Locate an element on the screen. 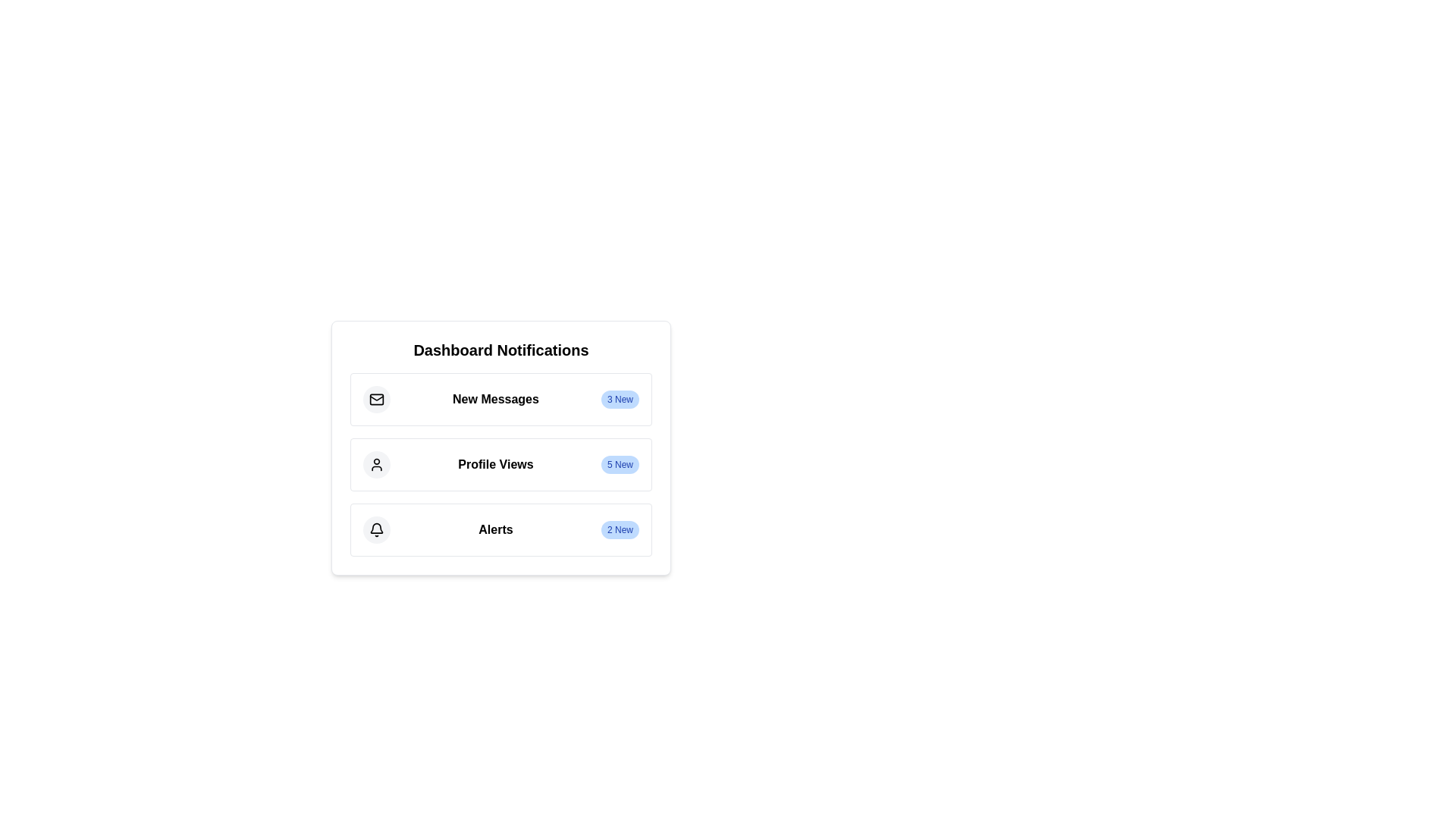  the rectangular SVG shape representing the body of the envelope icon in the 'New Messages' row of the 'Dashboard Notifications' section is located at coordinates (377, 399).